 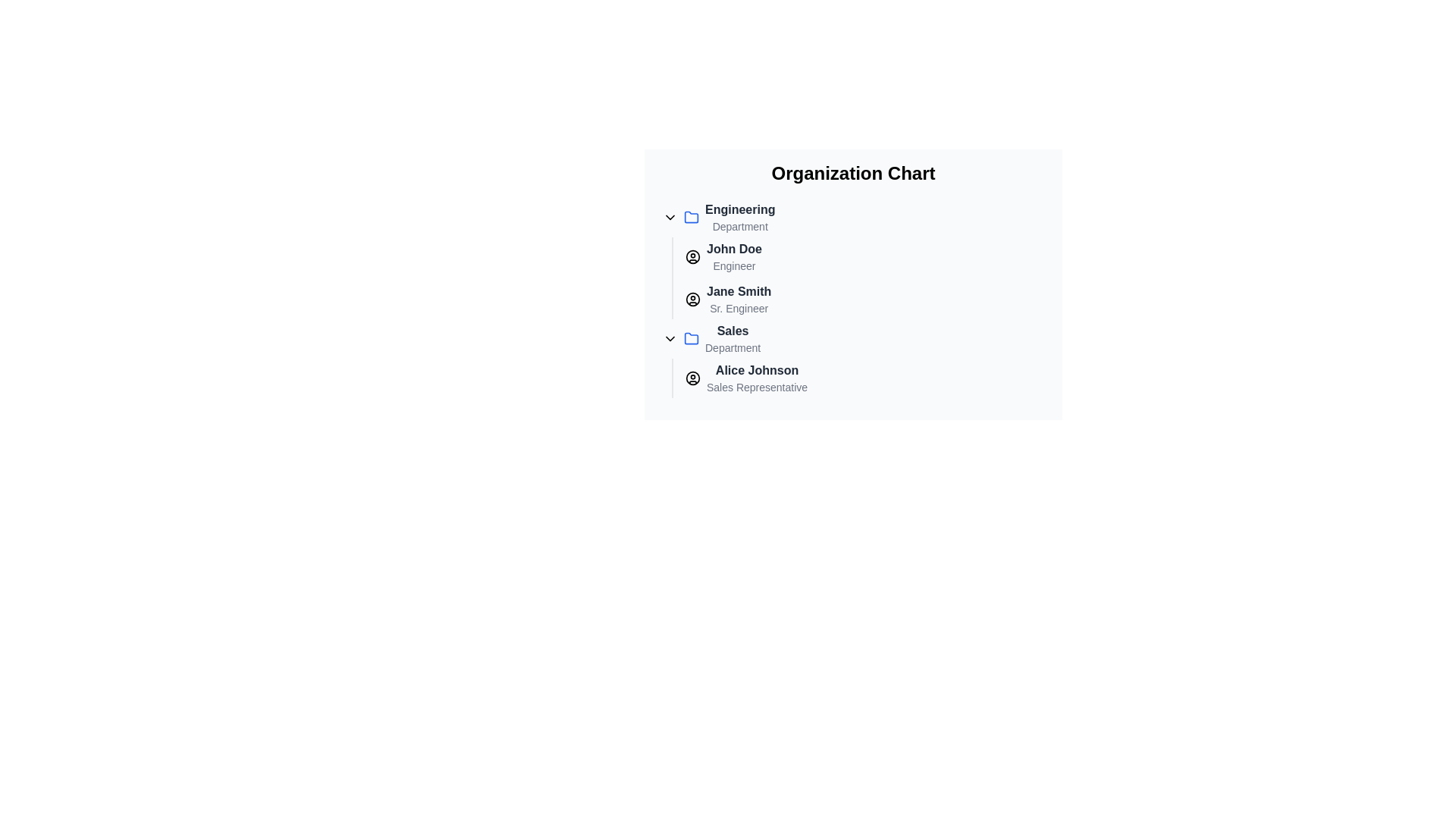 What do you see at coordinates (669, 217) in the screenshot?
I see `the 'Engineering Department' dropdown toggle button` at bounding box center [669, 217].